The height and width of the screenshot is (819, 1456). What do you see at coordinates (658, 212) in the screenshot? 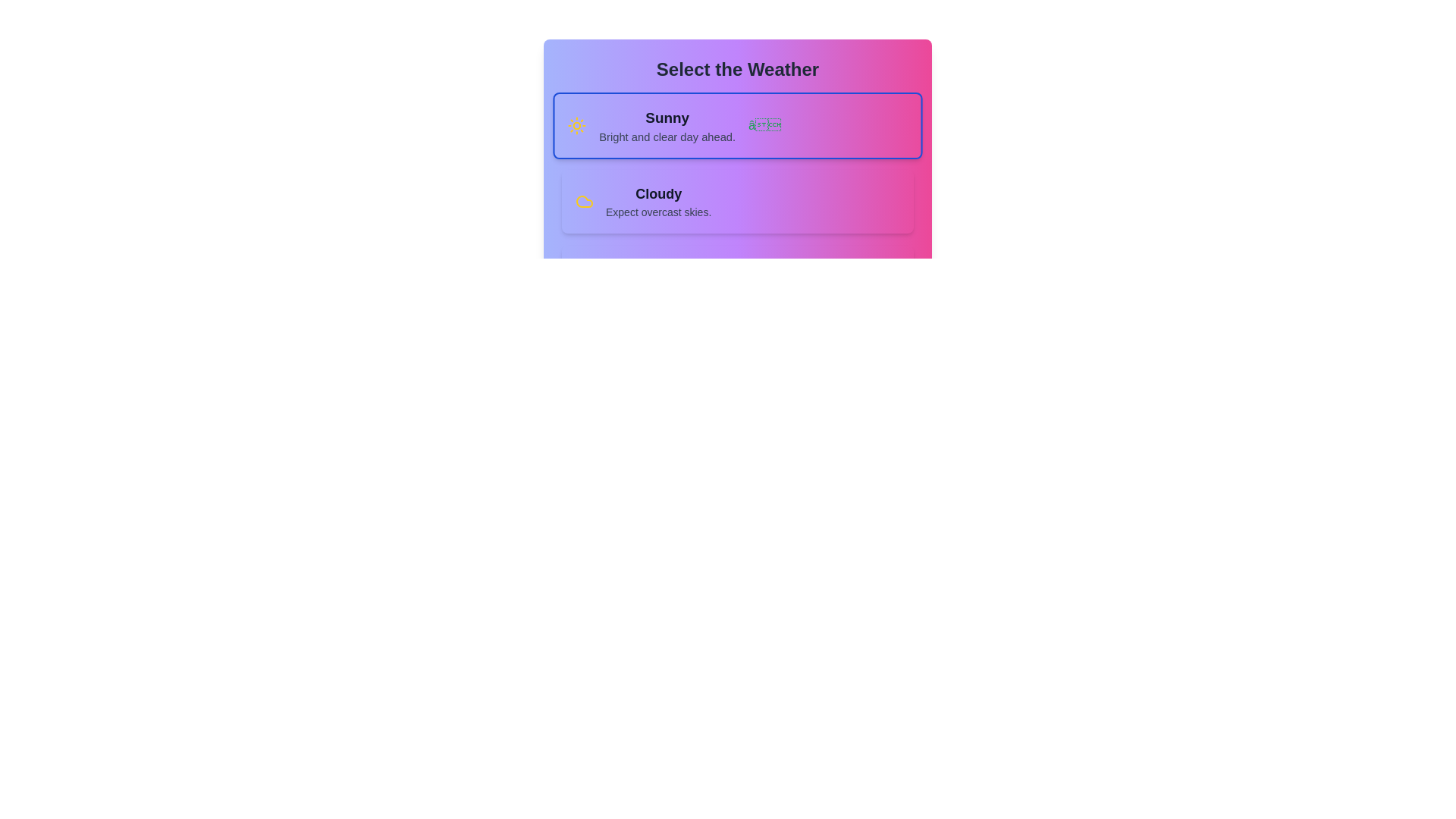
I see `text label that says 'Expect overcast skies.' located beneath the bolded header 'Cloudy' in the weather selection interface` at bounding box center [658, 212].